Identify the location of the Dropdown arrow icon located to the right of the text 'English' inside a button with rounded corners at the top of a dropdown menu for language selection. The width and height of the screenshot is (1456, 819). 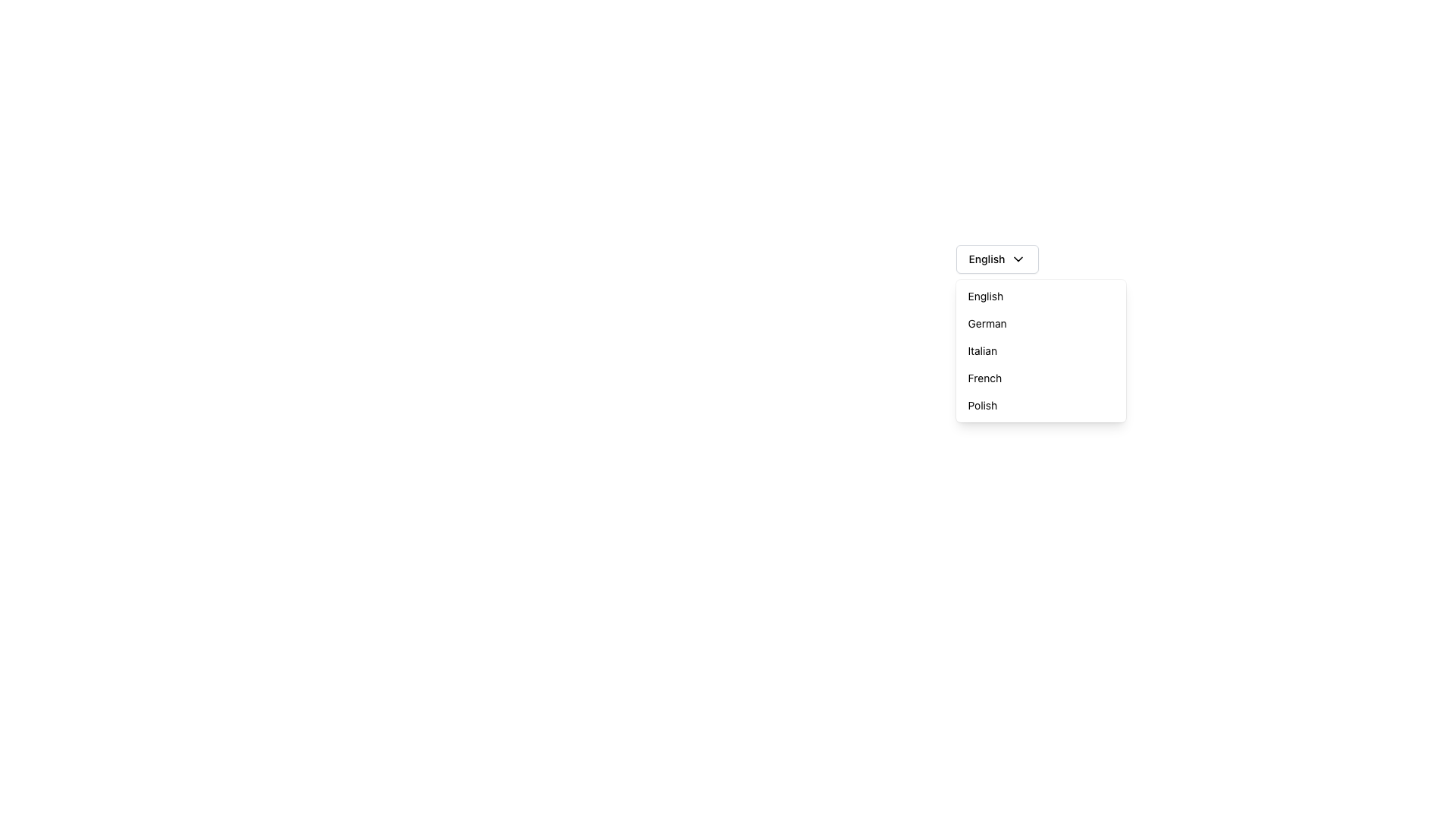
(1018, 259).